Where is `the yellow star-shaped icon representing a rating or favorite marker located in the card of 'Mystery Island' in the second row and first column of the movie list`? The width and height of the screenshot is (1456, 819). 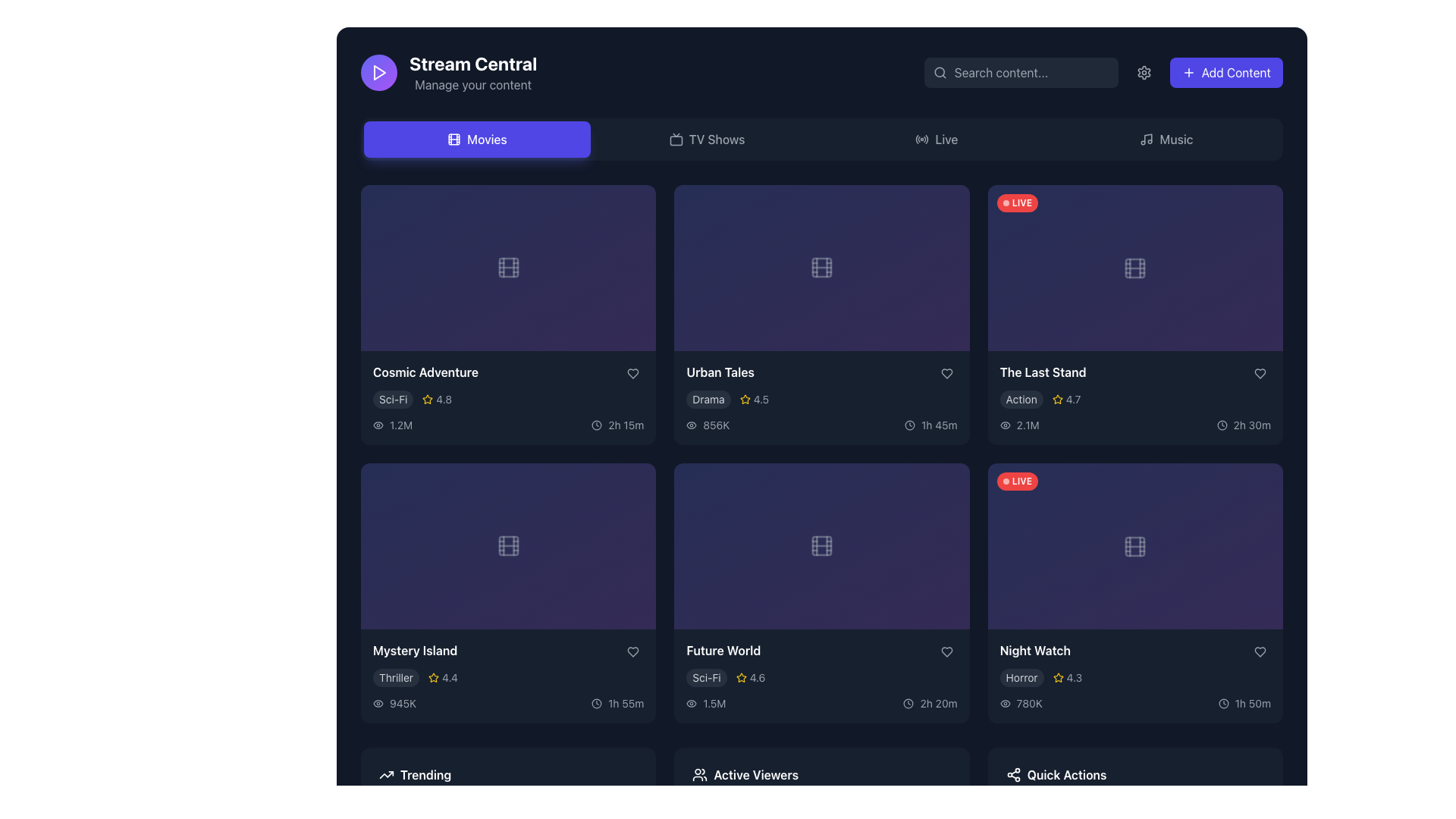
the yellow star-shaped icon representing a rating or favorite marker located in the card of 'Mystery Island' in the second row and first column of the movie list is located at coordinates (433, 676).